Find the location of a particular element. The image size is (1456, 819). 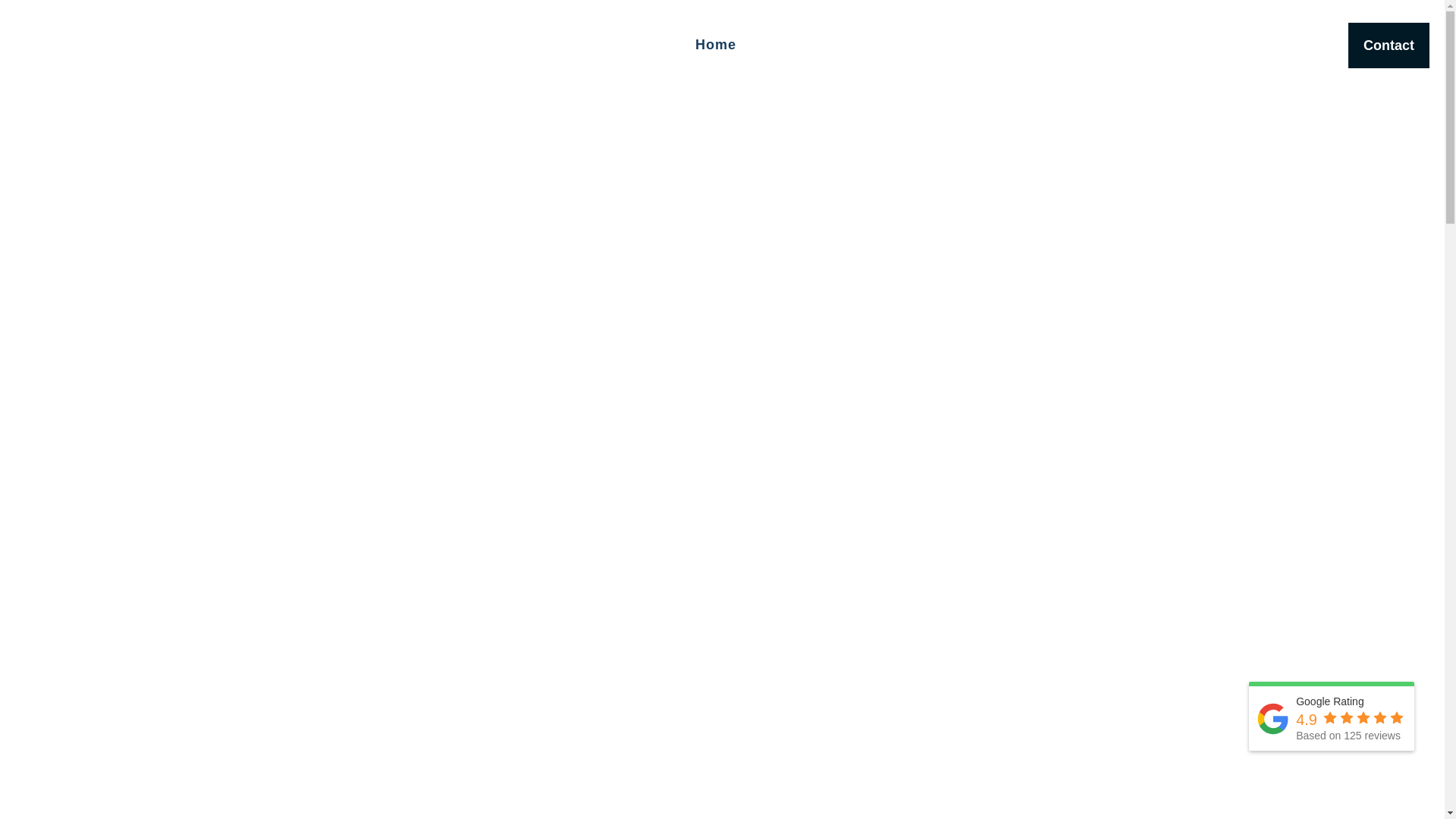

'About Me' is located at coordinates (751, 45).